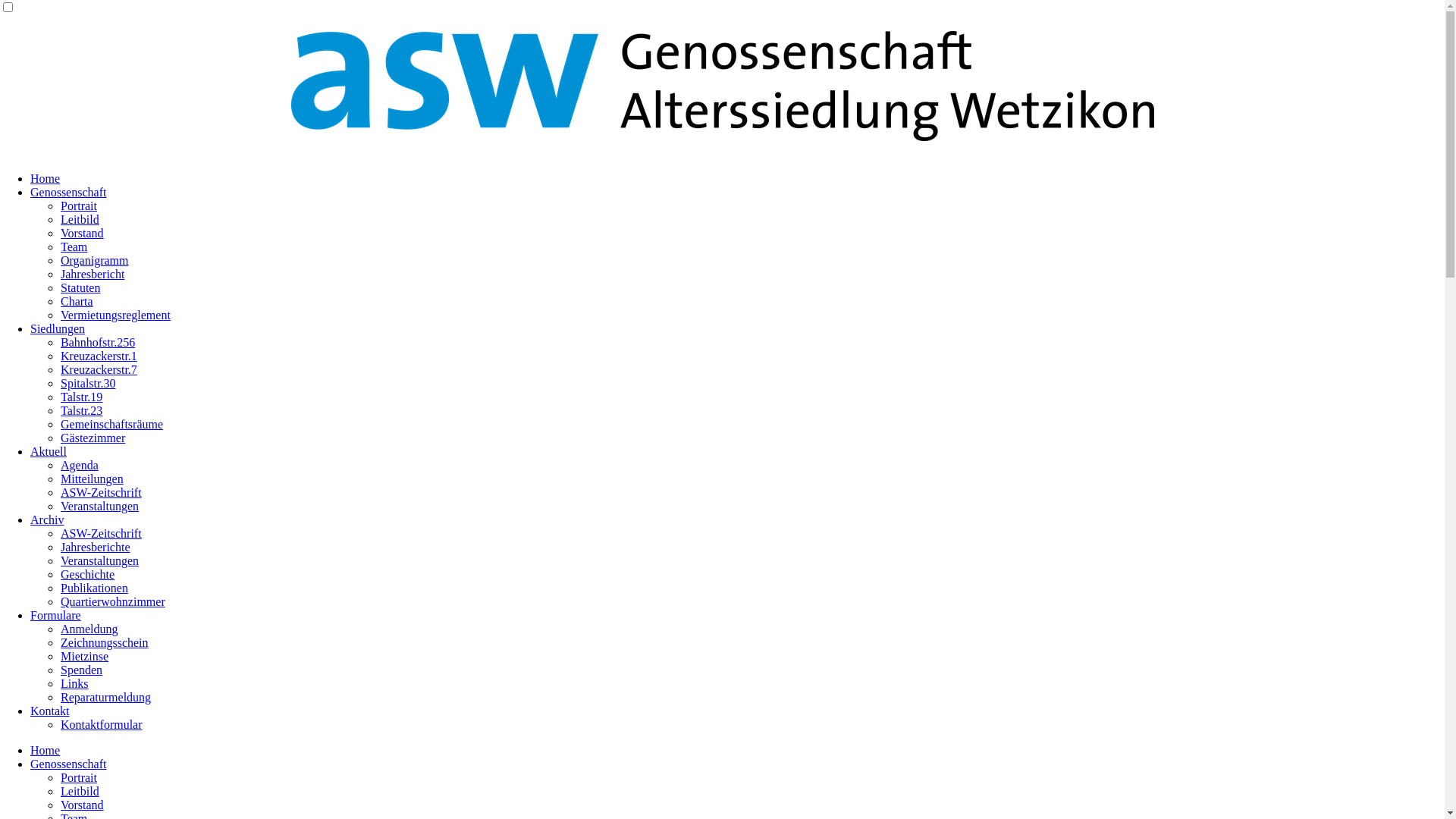  I want to click on 'Reparaturmeldung', so click(105, 697).